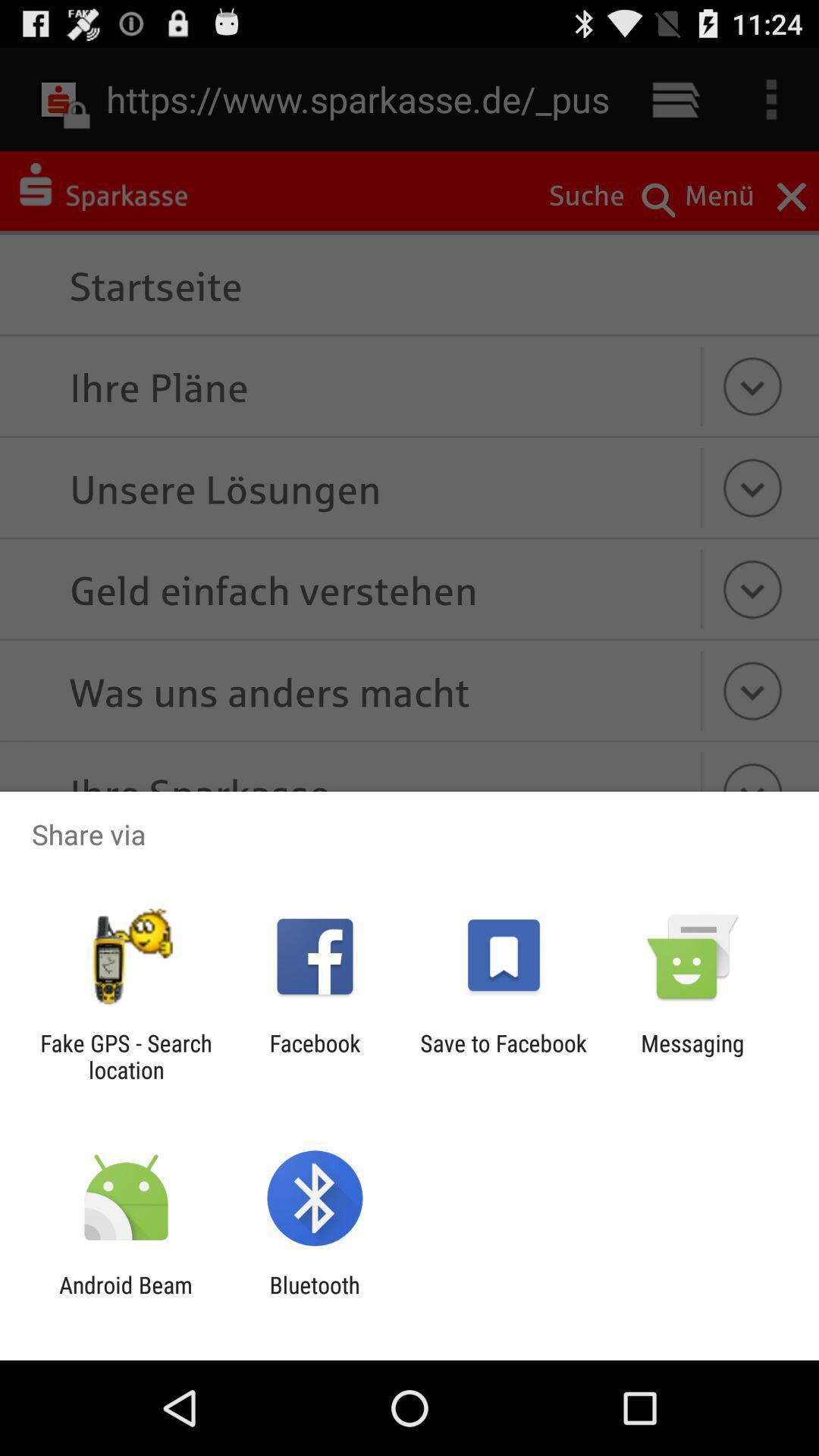  What do you see at coordinates (692, 1056) in the screenshot?
I see `the icon at the bottom right corner` at bounding box center [692, 1056].